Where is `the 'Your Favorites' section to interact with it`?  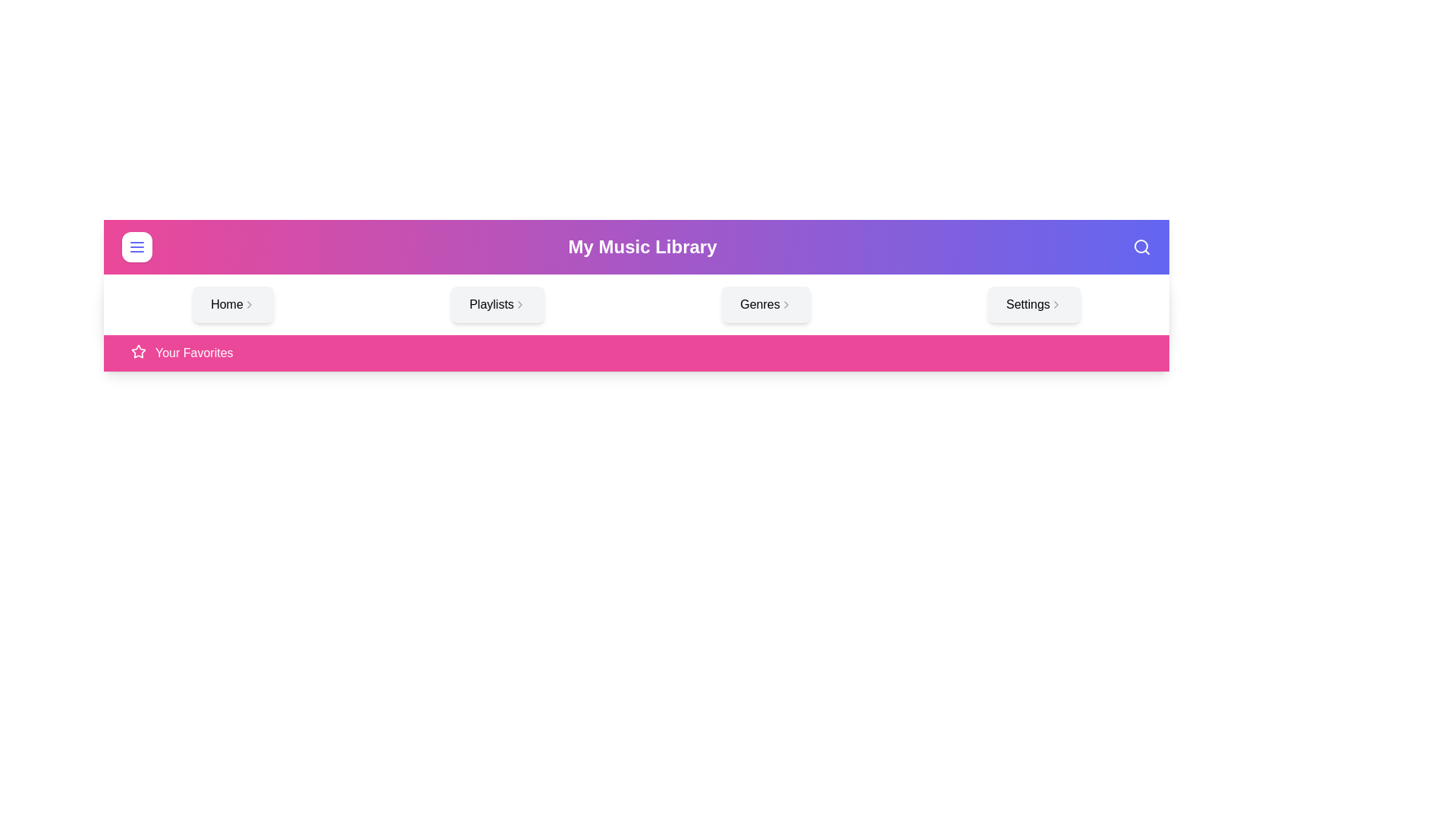
the 'Your Favorites' section to interact with it is located at coordinates (636, 353).